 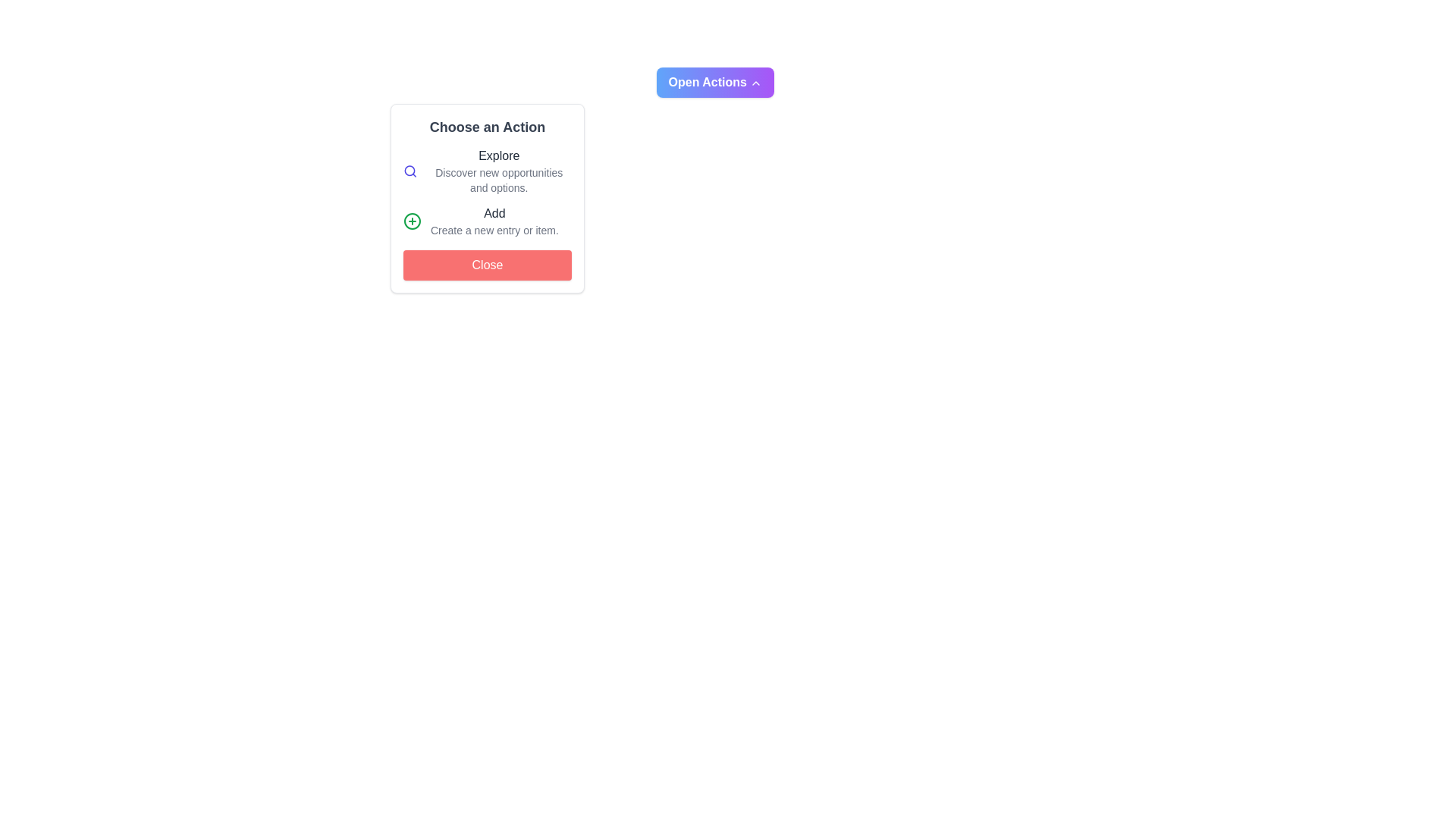 I want to click on the button in the top-right of the 'Choose an Action' section, so click(x=714, y=82).